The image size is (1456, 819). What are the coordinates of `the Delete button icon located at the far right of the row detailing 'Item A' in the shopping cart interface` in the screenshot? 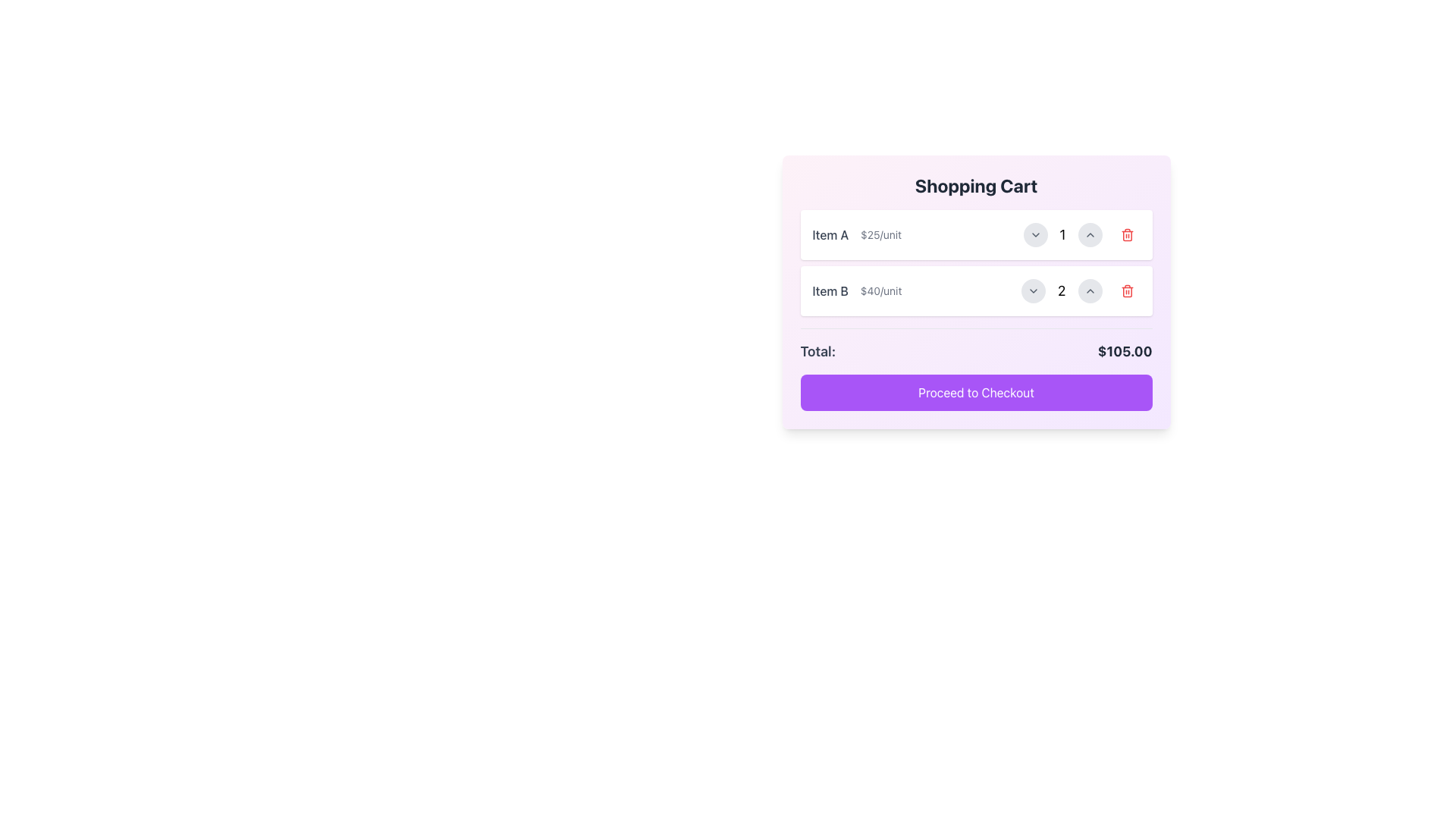 It's located at (1127, 234).